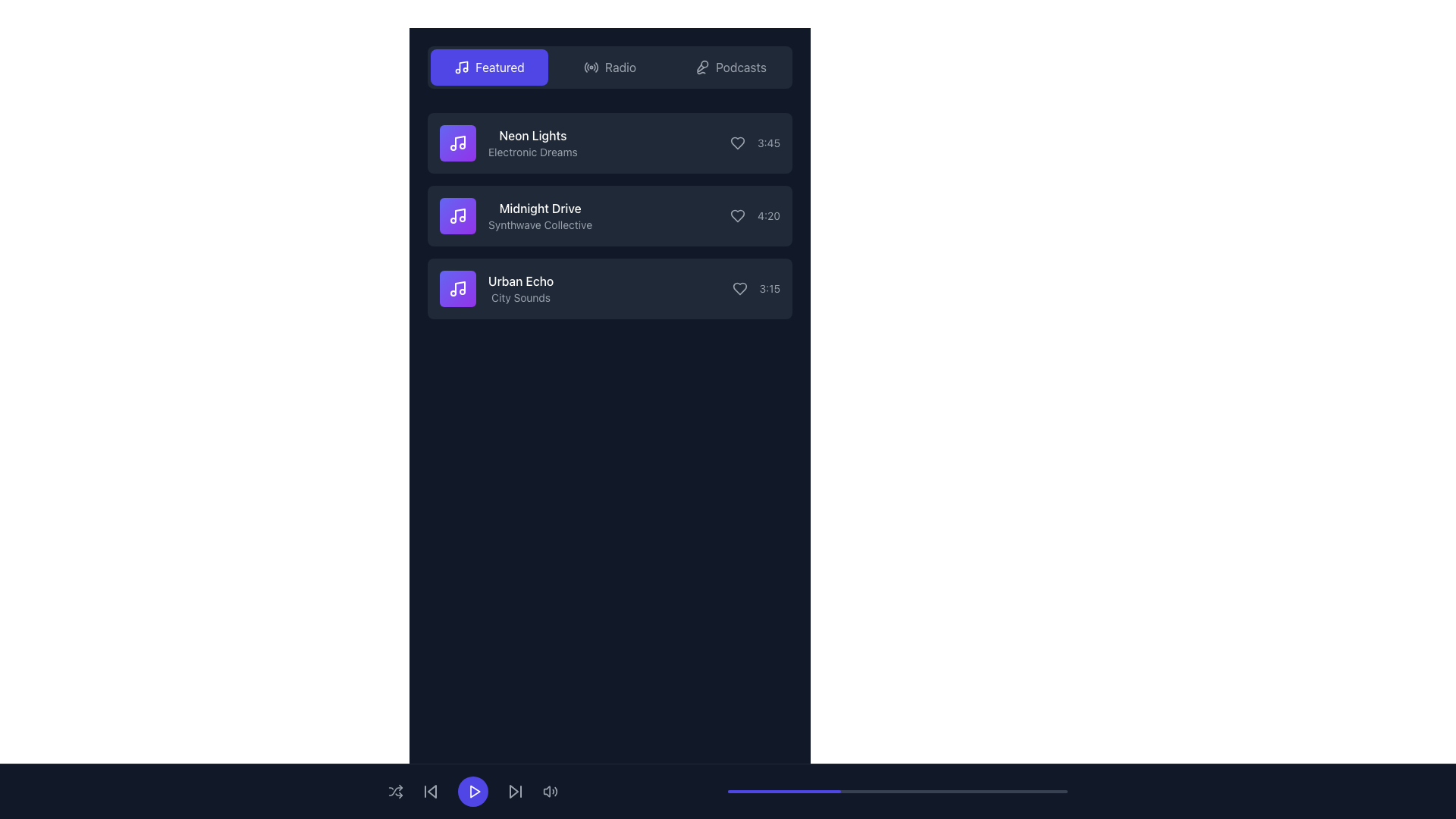  Describe the element at coordinates (540, 216) in the screenshot. I see `the text block displaying information about the music track or playlist, which is the second item in a vertical list located below 'Neon Lights' and above 'Urban Echo'` at that location.